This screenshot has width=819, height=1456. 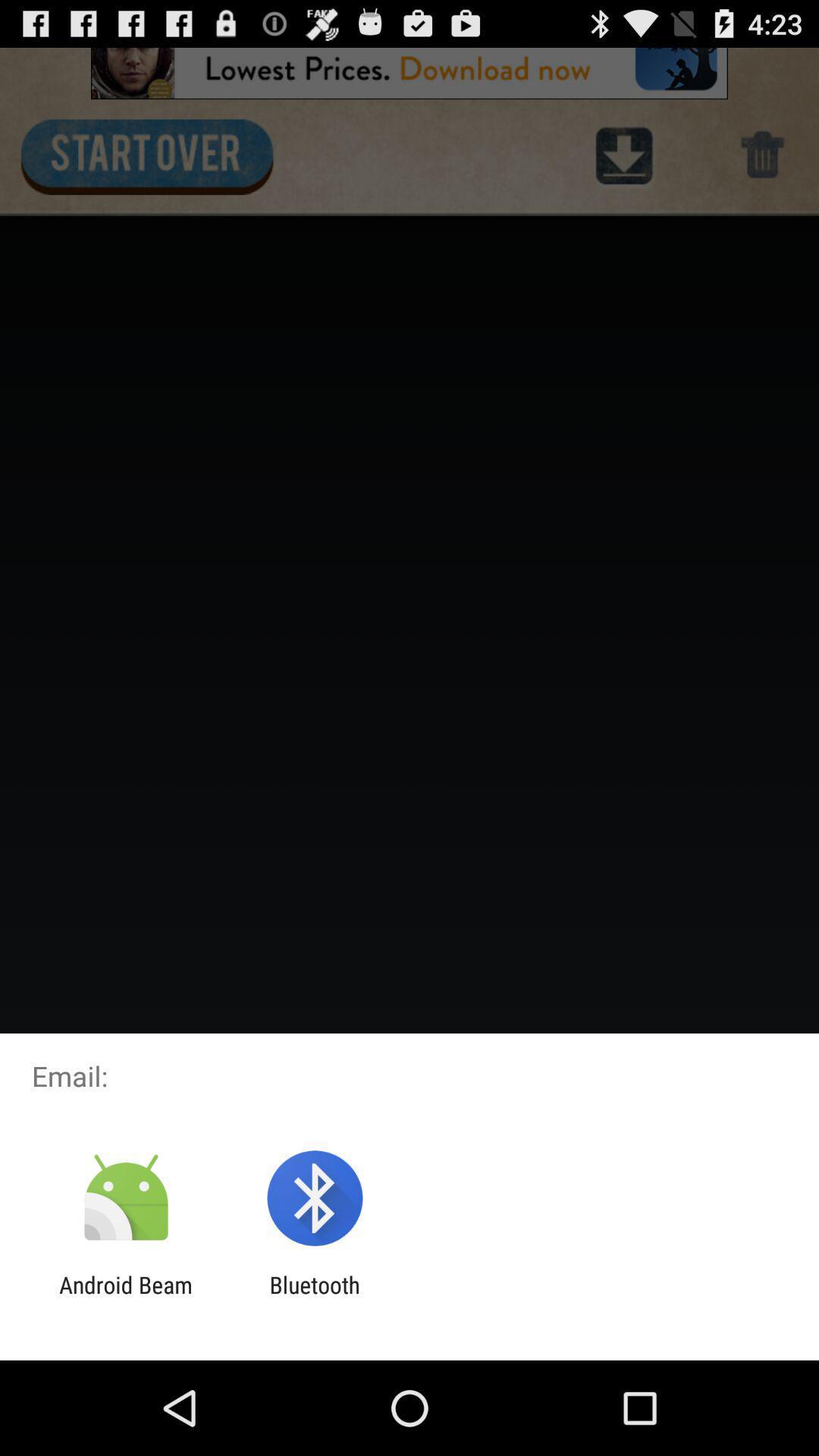 What do you see at coordinates (125, 1298) in the screenshot?
I see `item to the left of bluetooth icon` at bounding box center [125, 1298].